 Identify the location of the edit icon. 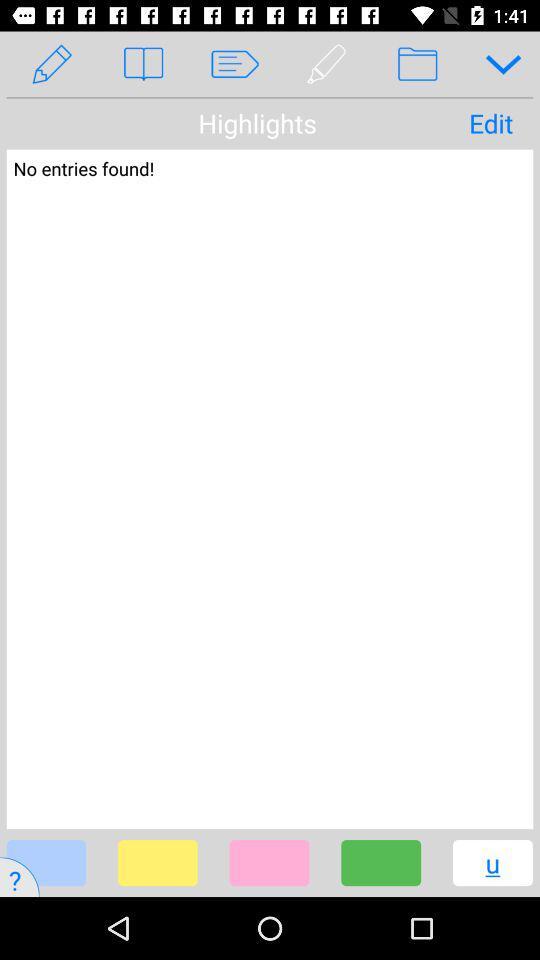
(52, 64).